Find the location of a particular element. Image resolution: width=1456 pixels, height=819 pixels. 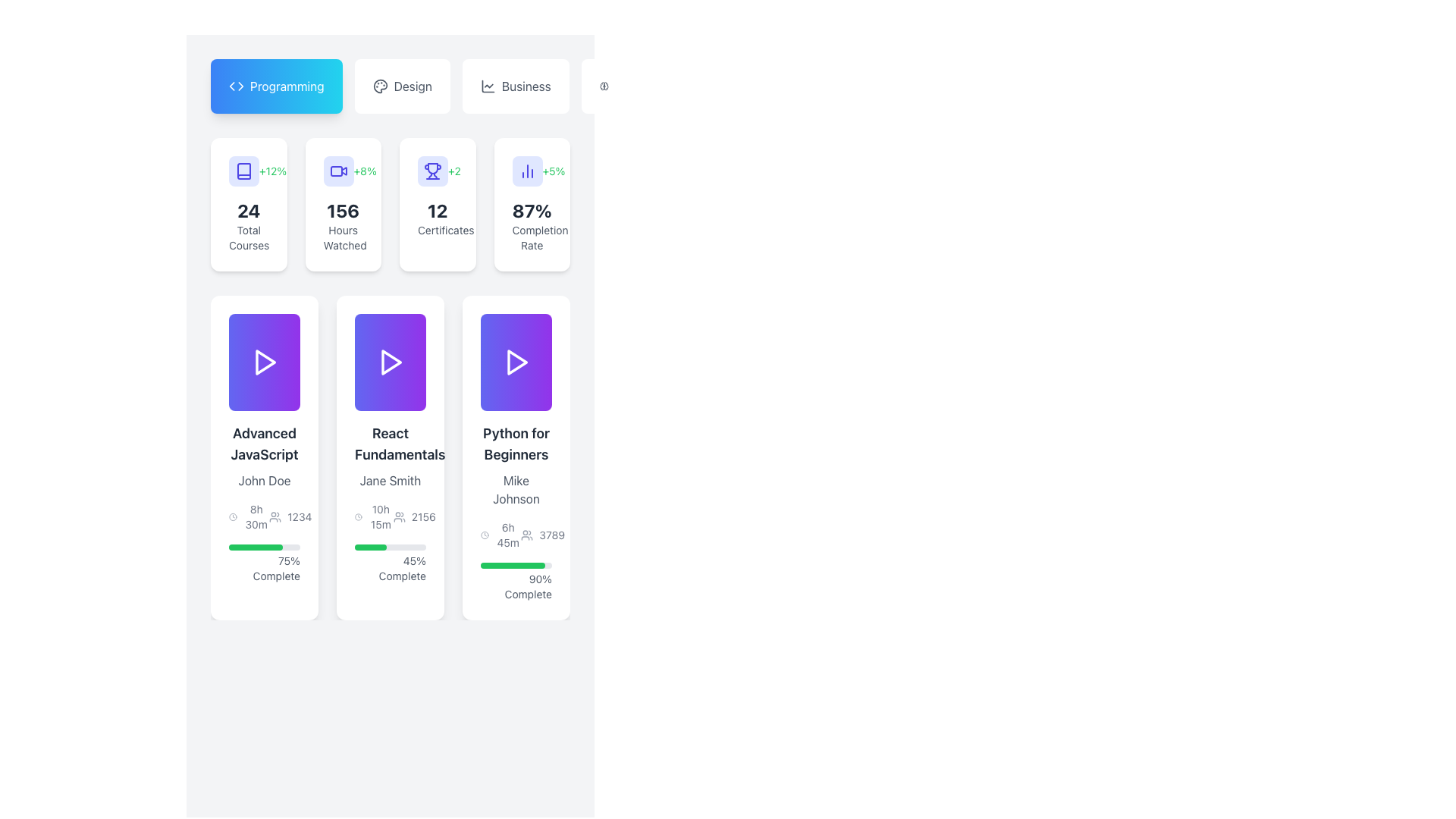

the indigo trophy icon, which is styled with rounded edges and located in the third card from the left in the top row of a grid of similar elements is located at coordinates (432, 171).